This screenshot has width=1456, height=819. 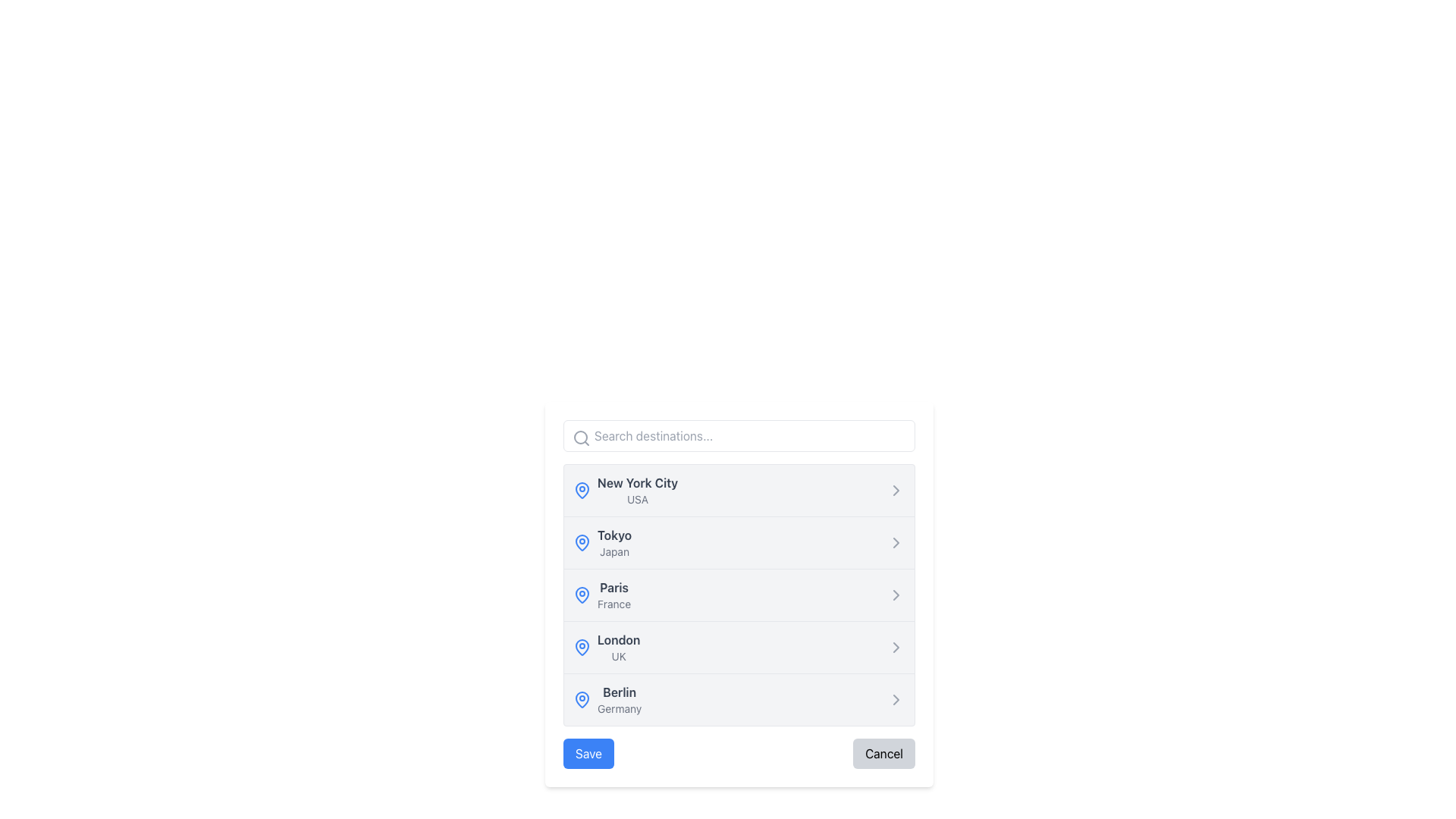 What do you see at coordinates (896, 647) in the screenshot?
I see `the chevron icon indicating navigability for the 'London, UK' entry, located at the far right of the list` at bounding box center [896, 647].